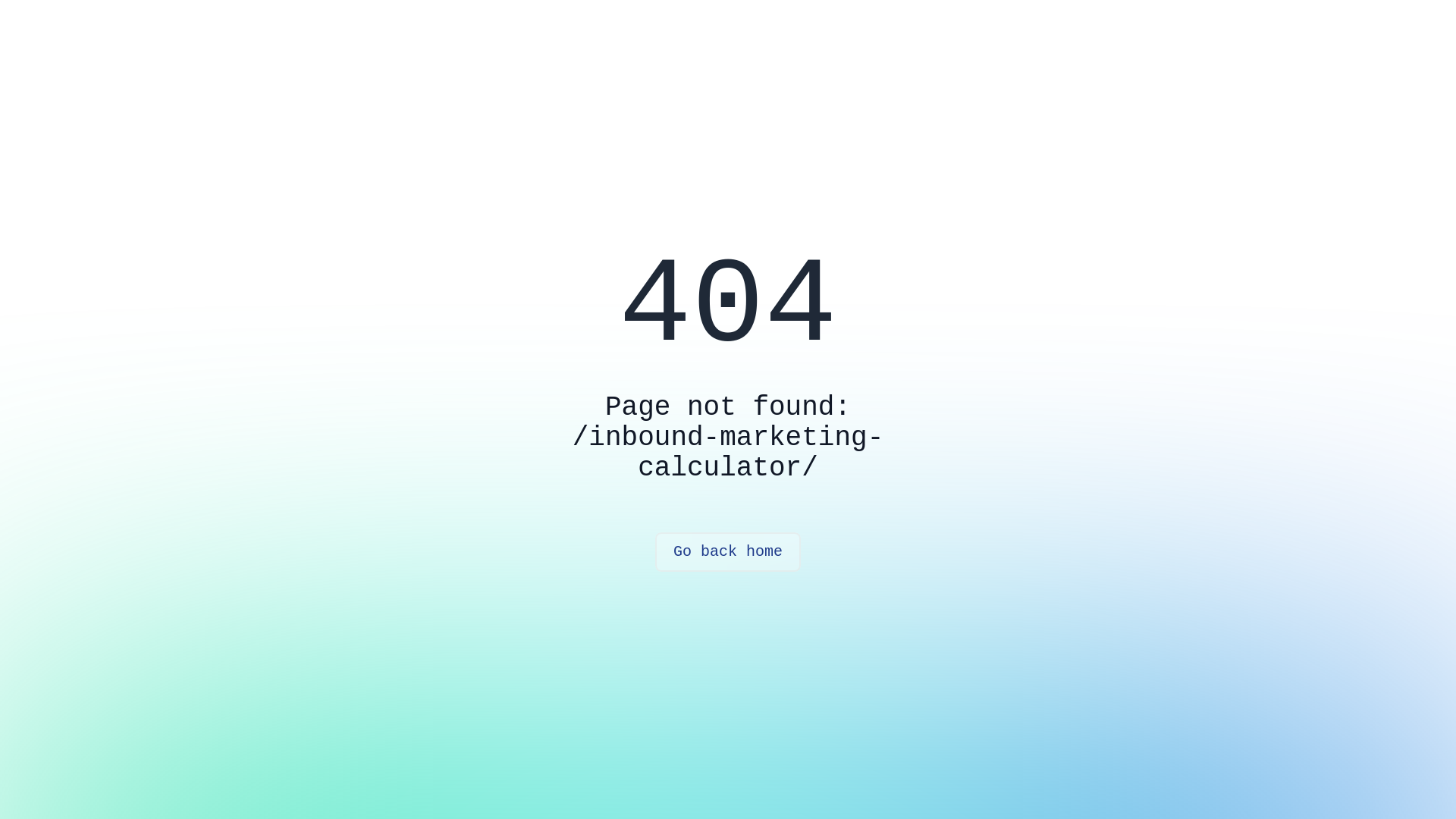  I want to click on 'Go back home', so click(728, 552).